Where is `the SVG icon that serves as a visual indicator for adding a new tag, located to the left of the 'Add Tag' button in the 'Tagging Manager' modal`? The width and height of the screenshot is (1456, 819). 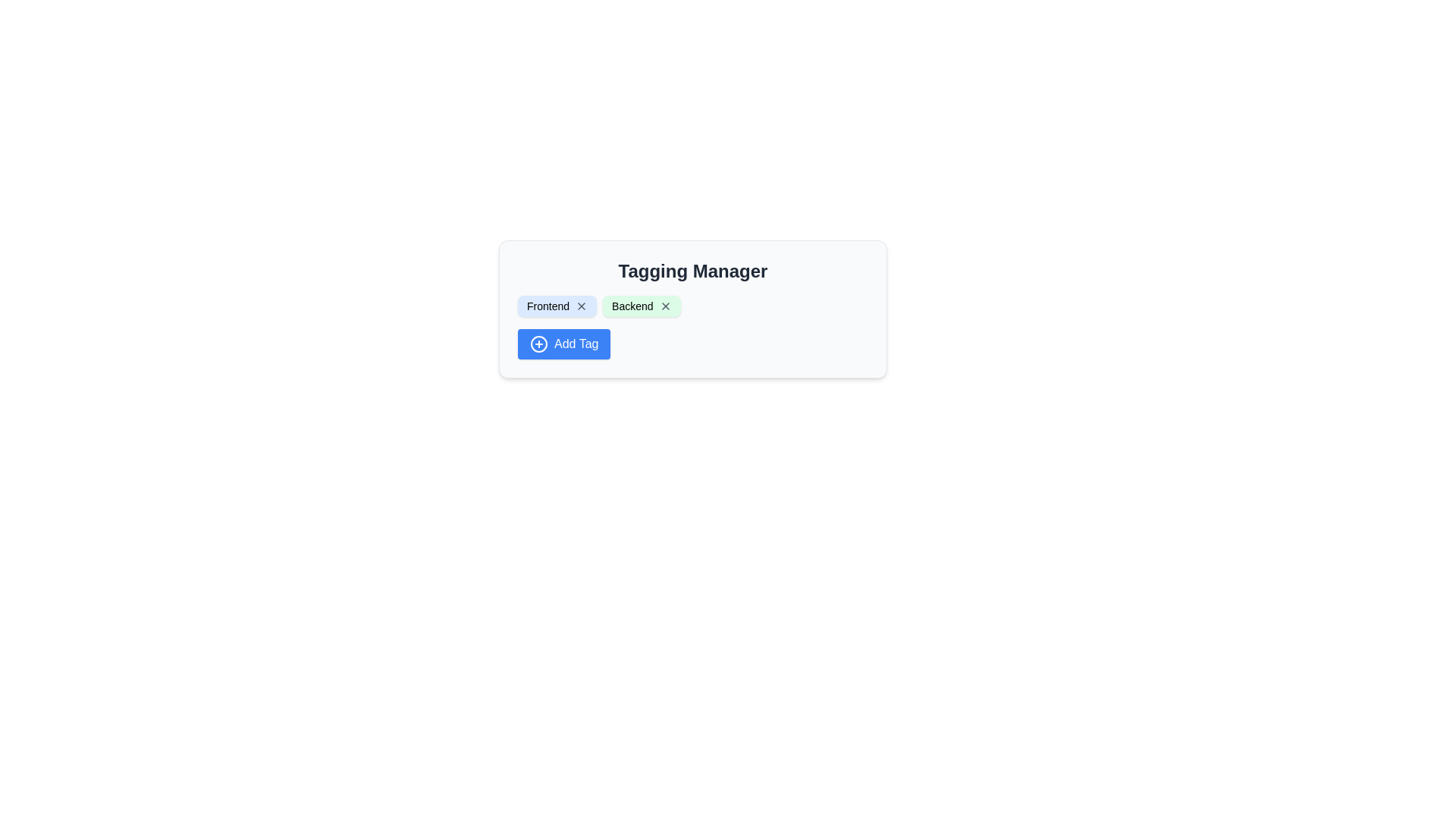
the SVG icon that serves as a visual indicator for adding a new tag, located to the left of the 'Add Tag' button in the 'Tagging Manager' modal is located at coordinates (538, 344).